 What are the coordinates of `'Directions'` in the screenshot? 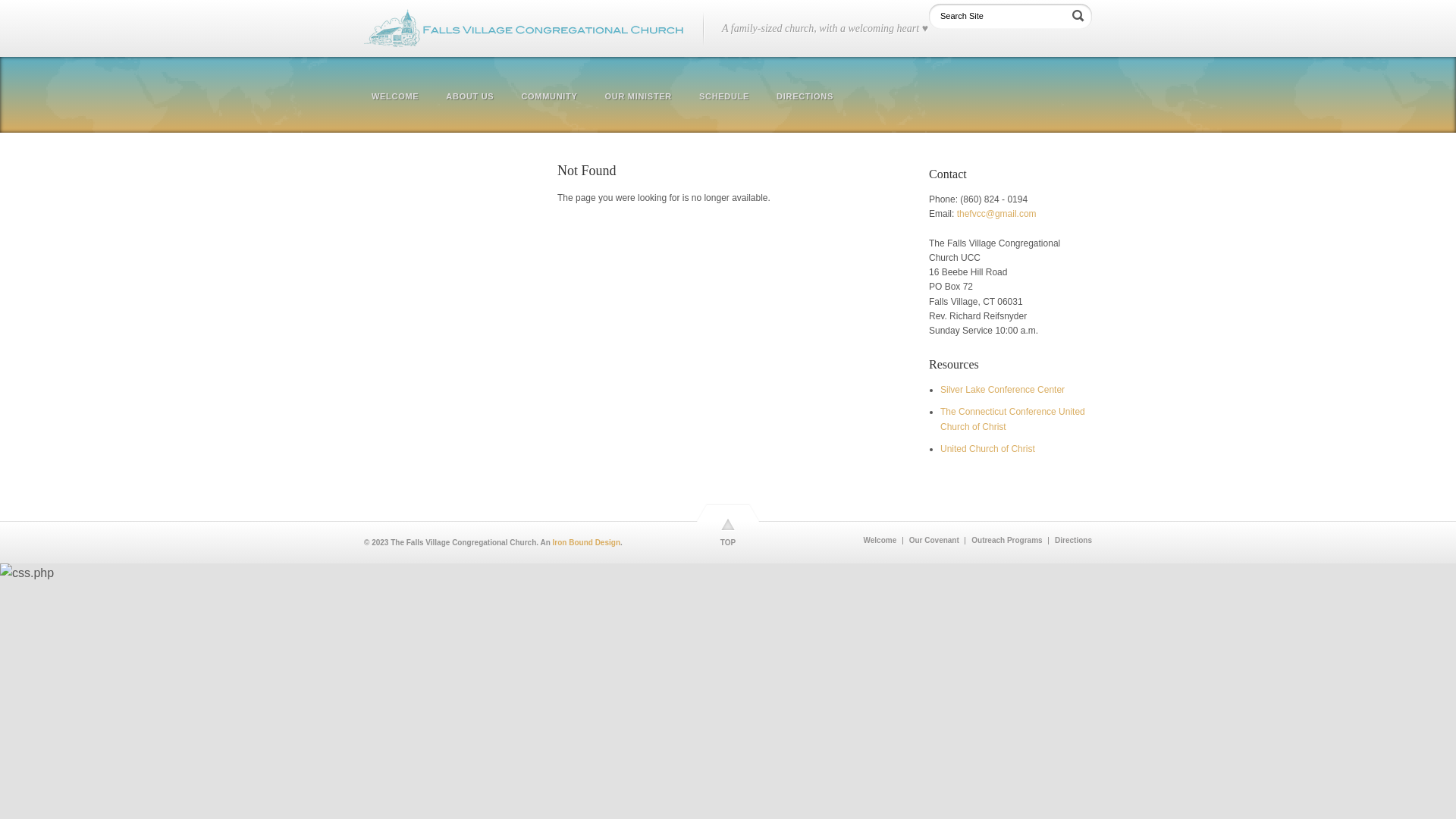 It's located at (1069, 540).